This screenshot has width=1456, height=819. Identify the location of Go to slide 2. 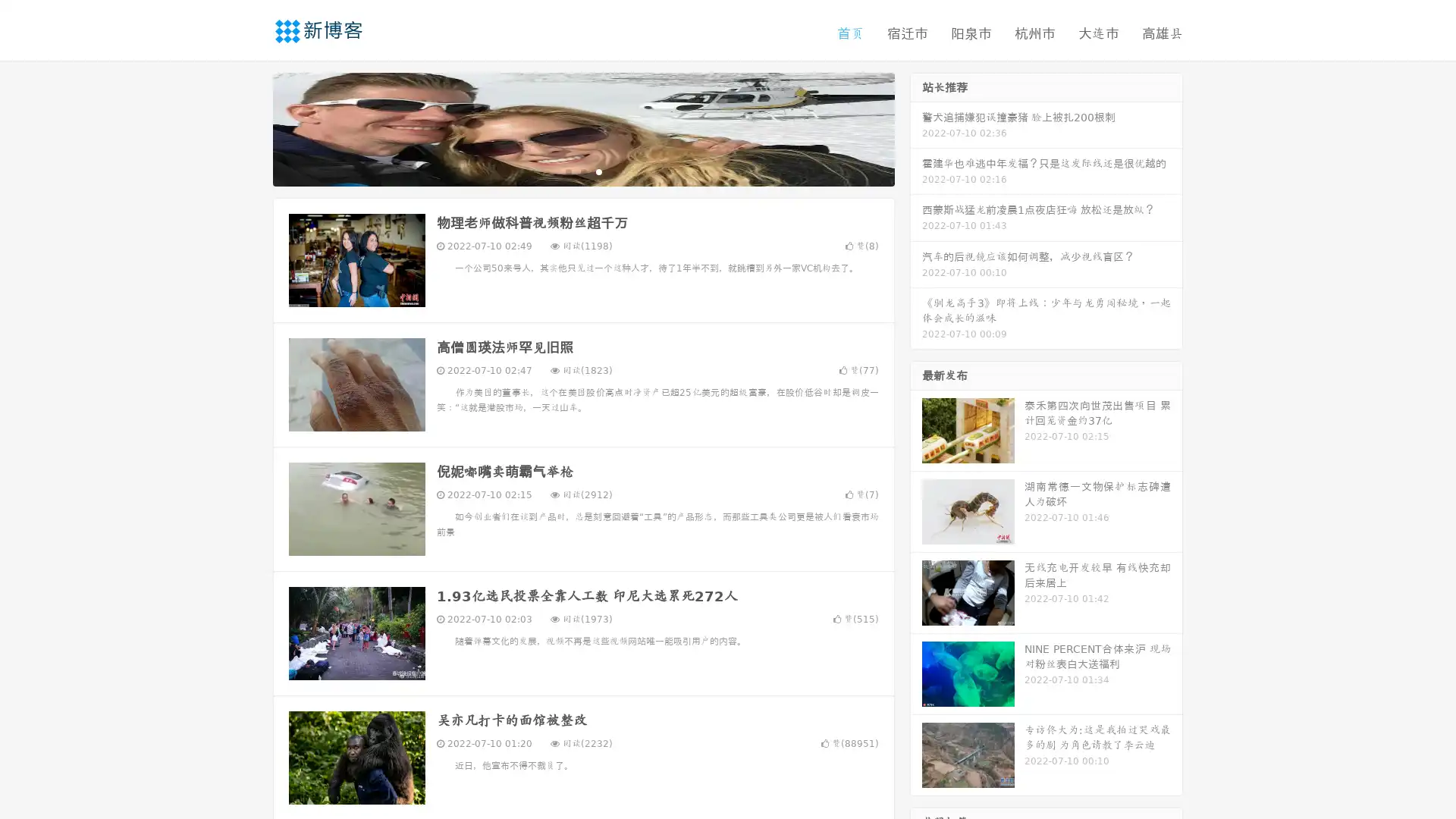
(582, 171).